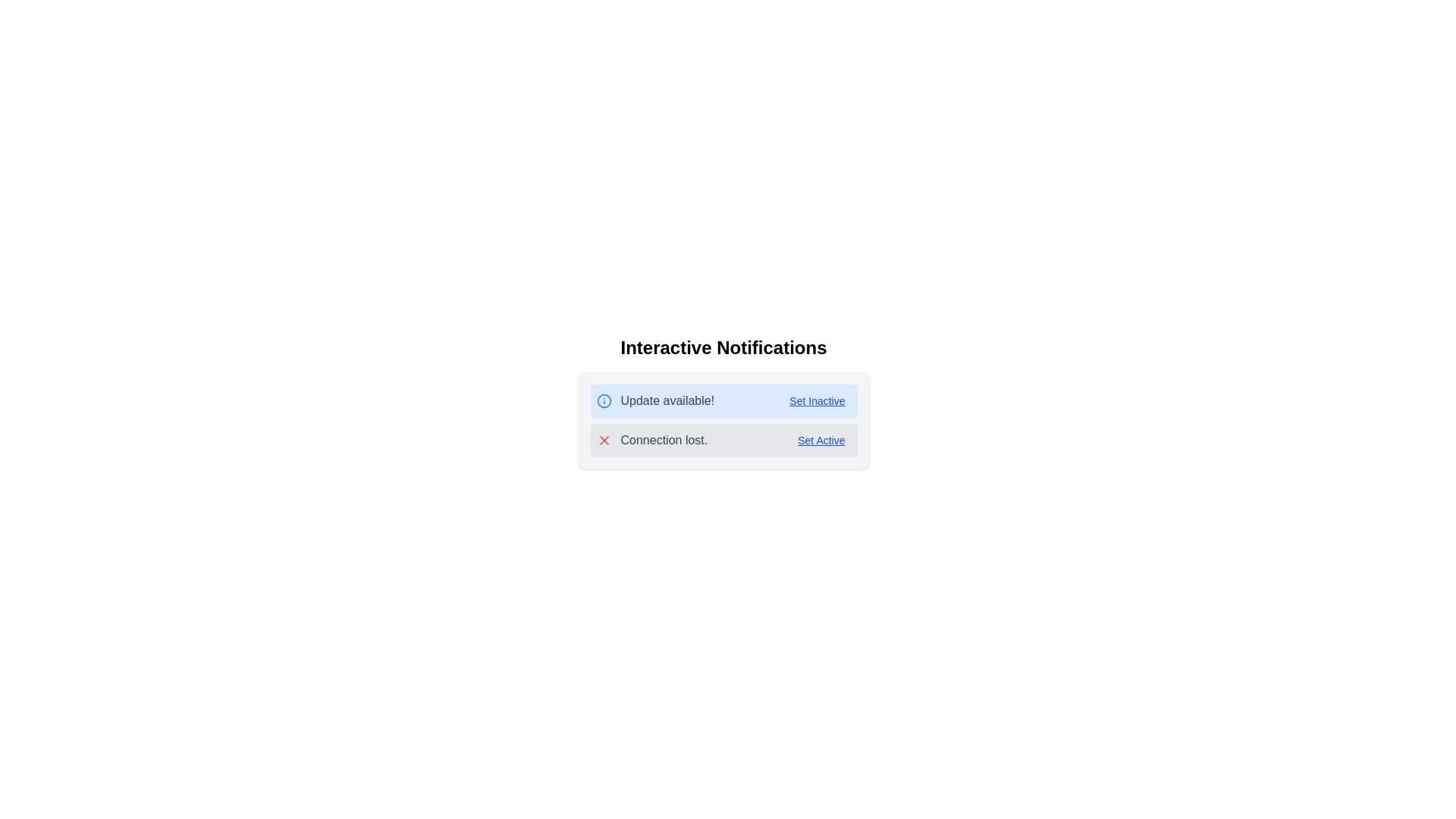  Describe the element at coordinates (603, 441) in the screenshot. I see `the red 'X' icon that is positioned immediately to the left of the 'Connection lost.' text in the notification bar` at that location.